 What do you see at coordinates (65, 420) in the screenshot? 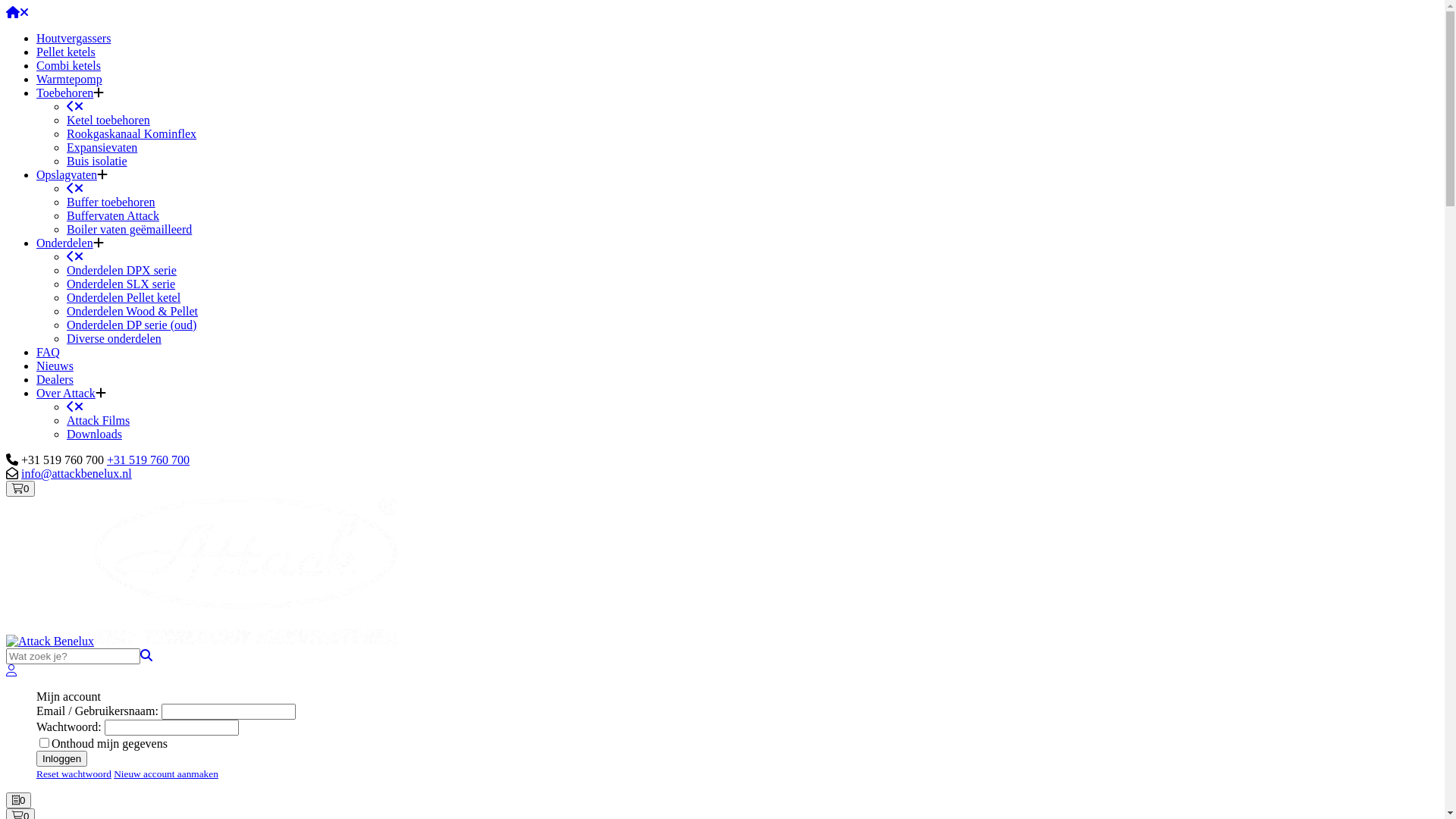
I see `'Attack Films'` at bounding box center [65, 420].